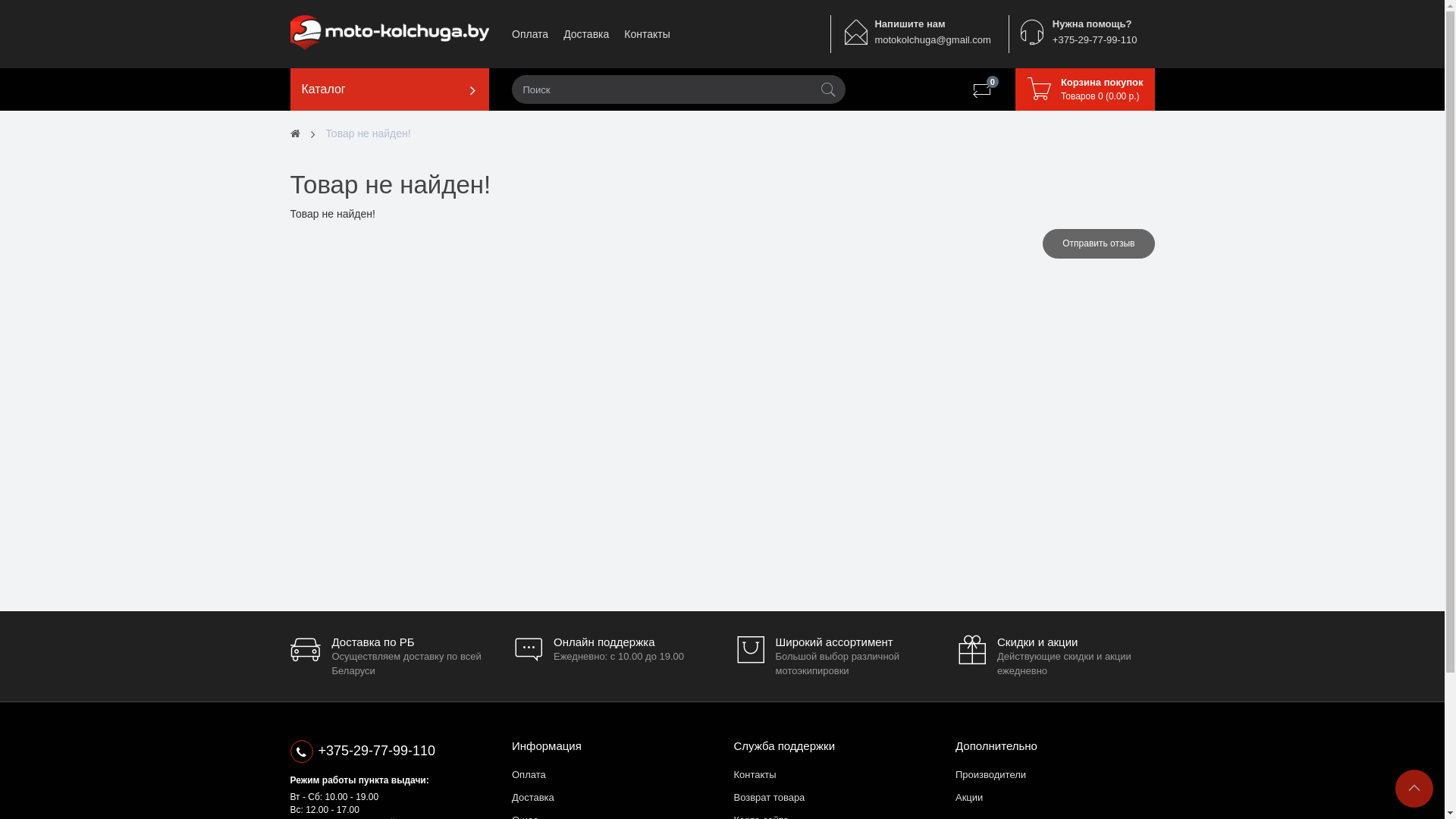 Image resolution: width=1456 pixels, height=819 pixels. What do you see at coordinates (389, 32) in the screenshot?
I see `'moto-kolchuga.by'` at bounding box center [389, 32].